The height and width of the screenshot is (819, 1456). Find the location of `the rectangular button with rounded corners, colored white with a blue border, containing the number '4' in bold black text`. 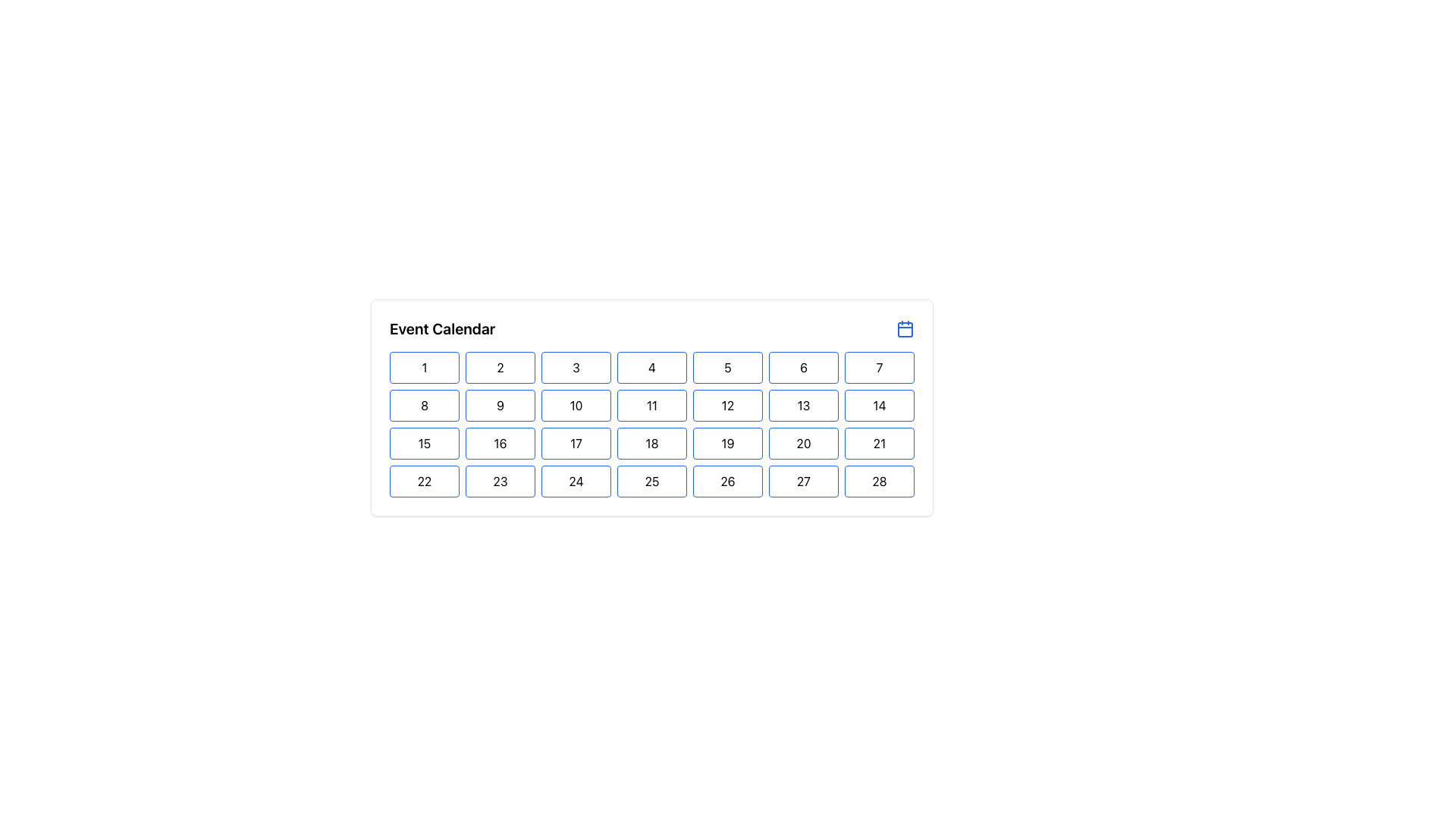

the rectangular button with rounded corners, colored white with a blue border, containing the number '4' in bold black text is located at coordinates (651, 368).